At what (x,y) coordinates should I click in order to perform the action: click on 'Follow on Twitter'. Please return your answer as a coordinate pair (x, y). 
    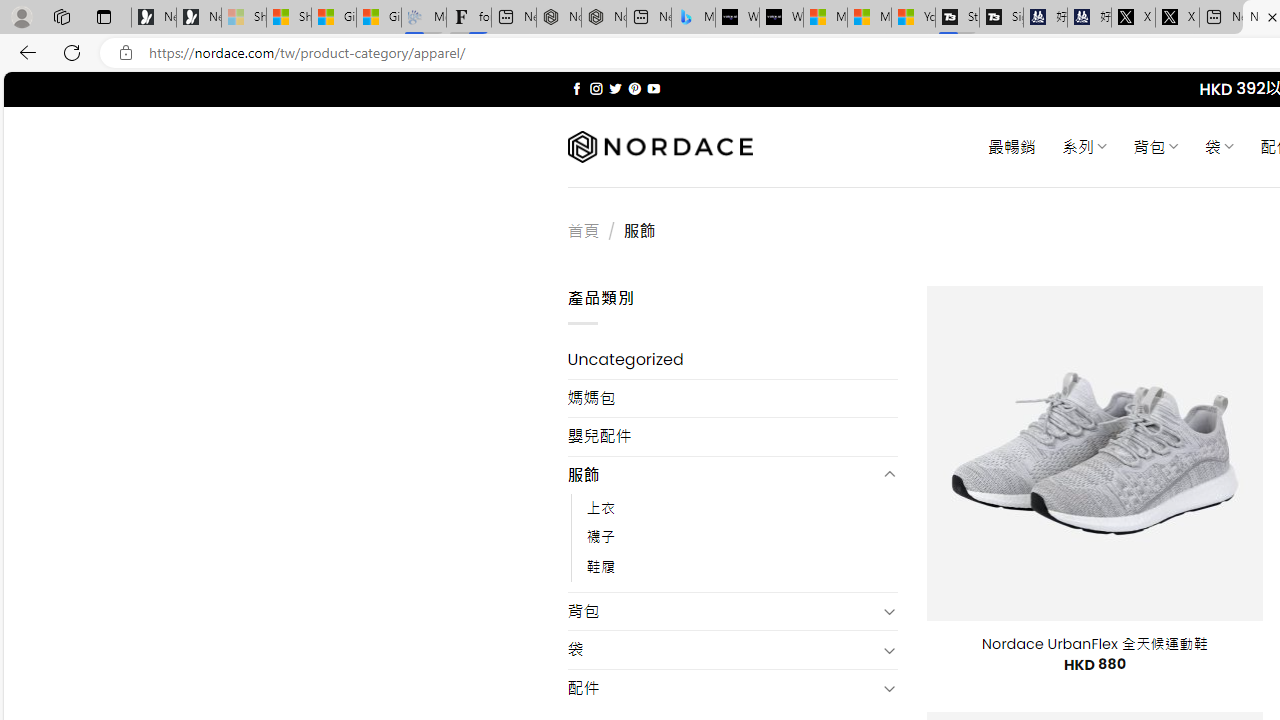
    Looking at the image, I should click on (614, 88).